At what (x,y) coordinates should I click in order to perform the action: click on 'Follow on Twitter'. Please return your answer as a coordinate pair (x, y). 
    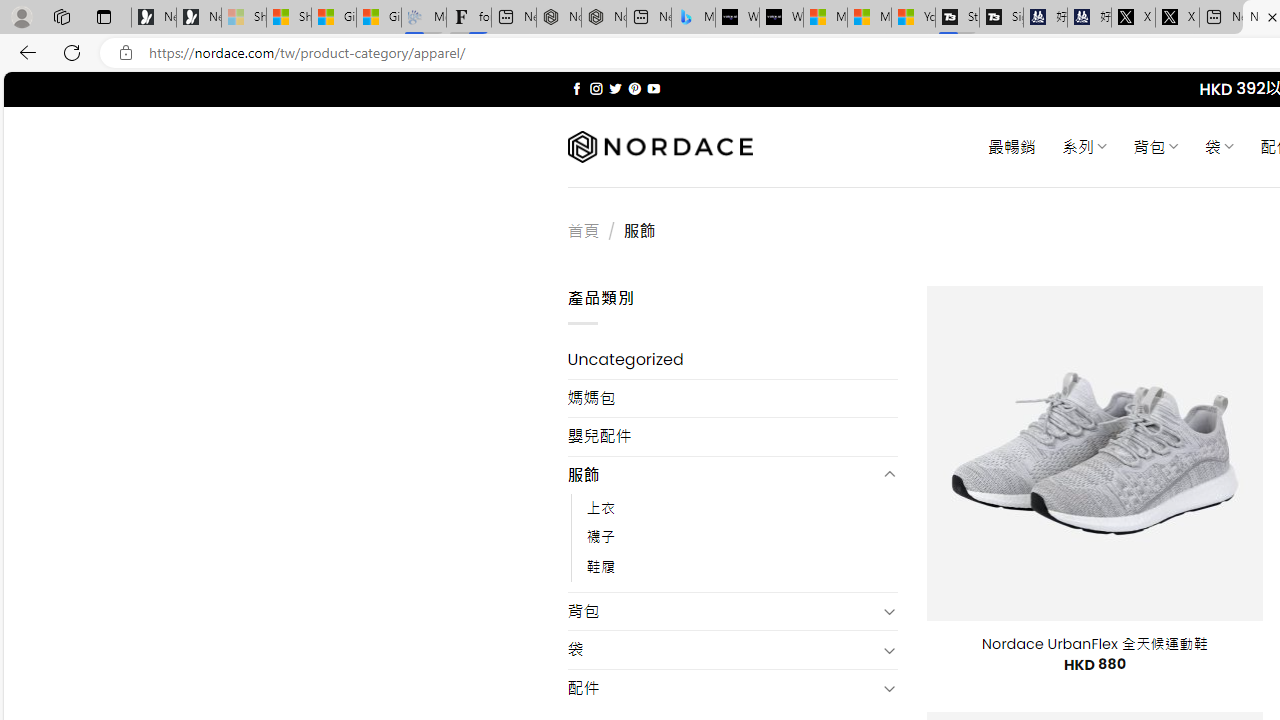
    Looking at the image, I should click on (614, 88).